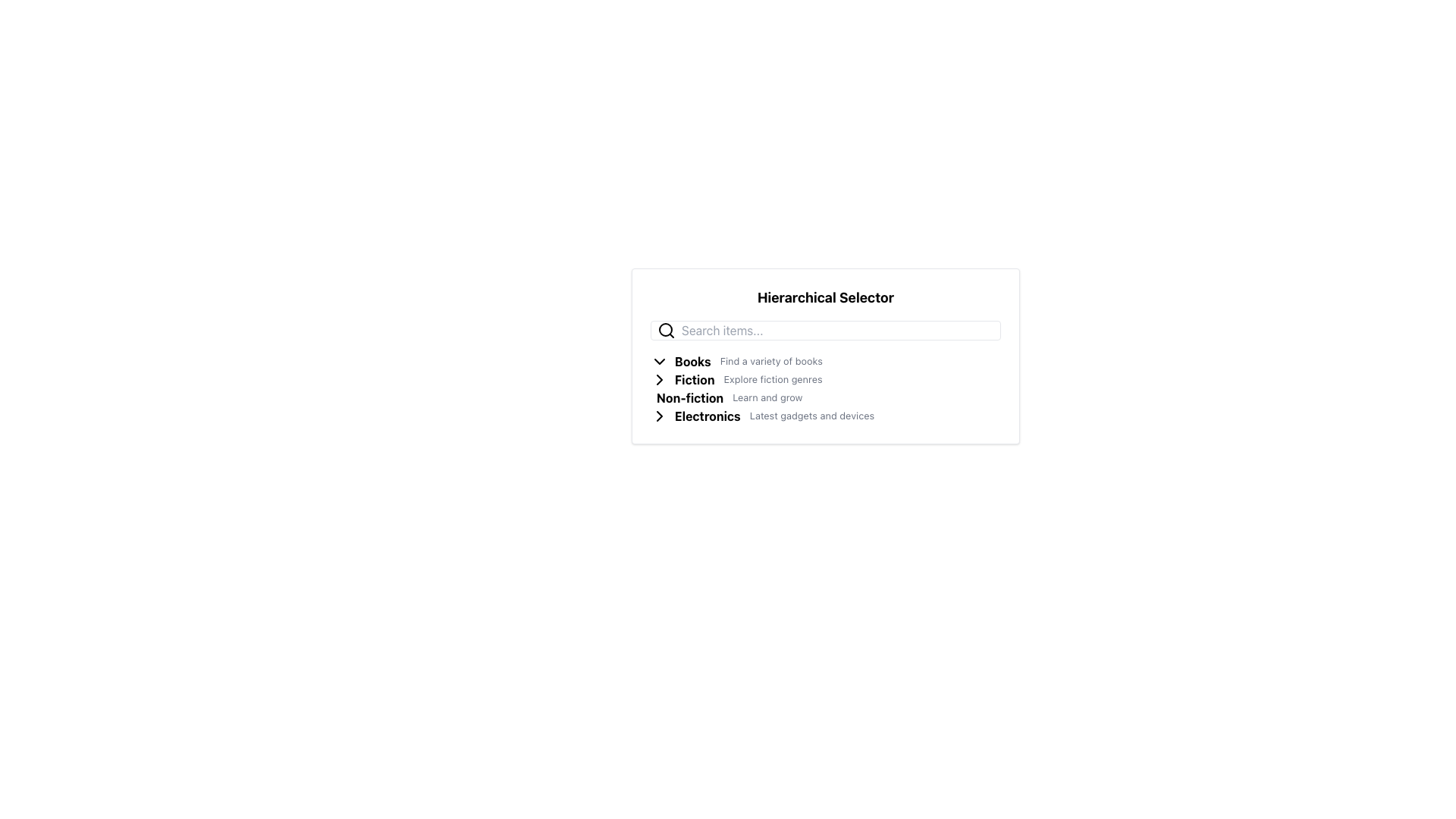 This screenshot has height=819, width=1456. Describe the element at coordinates (707, 416) in the screenshot. I see `on the 'Electronics' category label in the hierarchical selector` at that location.